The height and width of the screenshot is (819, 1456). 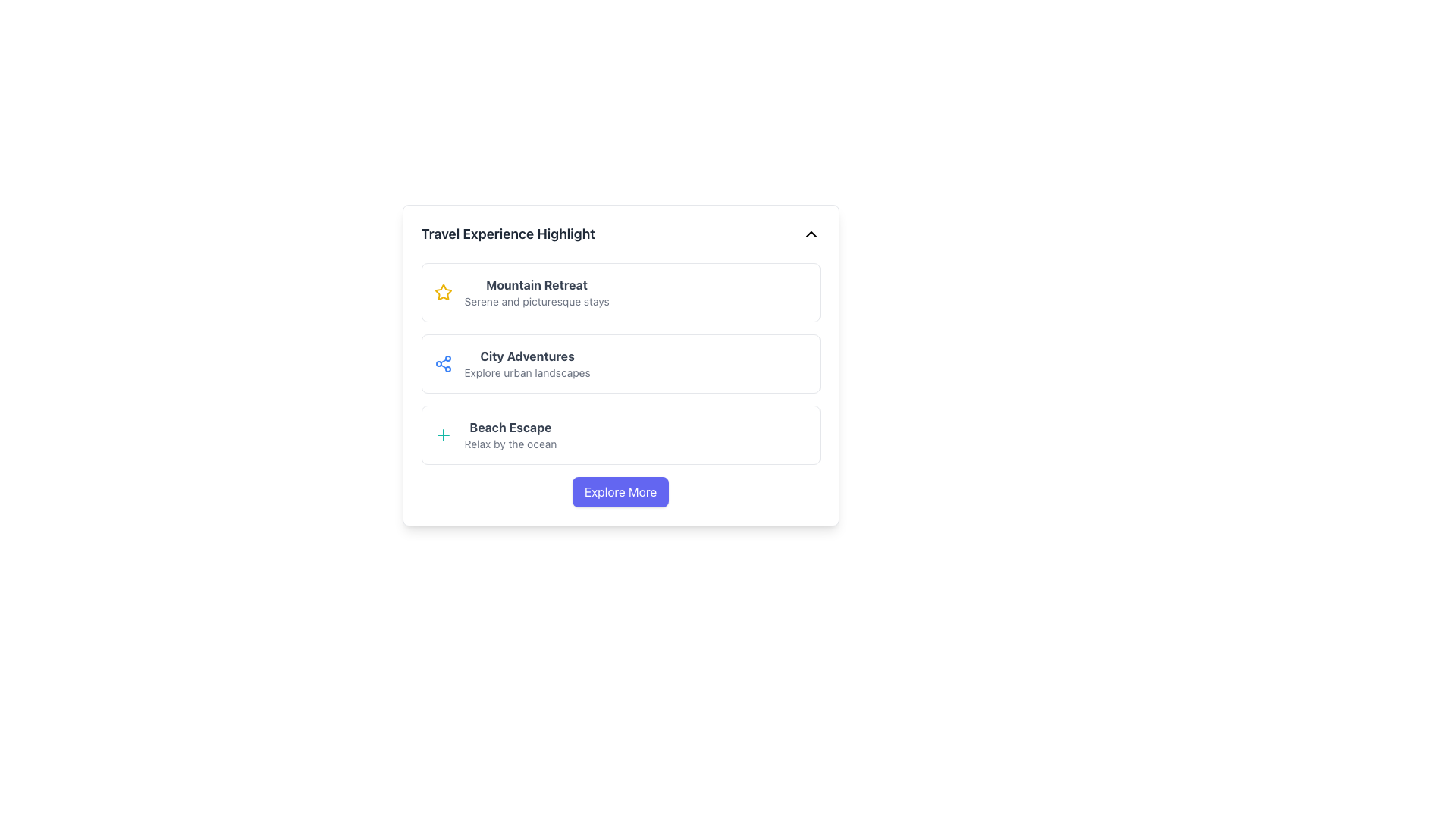 What do you see at coordinates (527, 363) in the screenshot?
I see `text from the informational card summarizing urban adventure options, which is the second card in a vertical list of travel category cards` at bounding box center [527, 363].